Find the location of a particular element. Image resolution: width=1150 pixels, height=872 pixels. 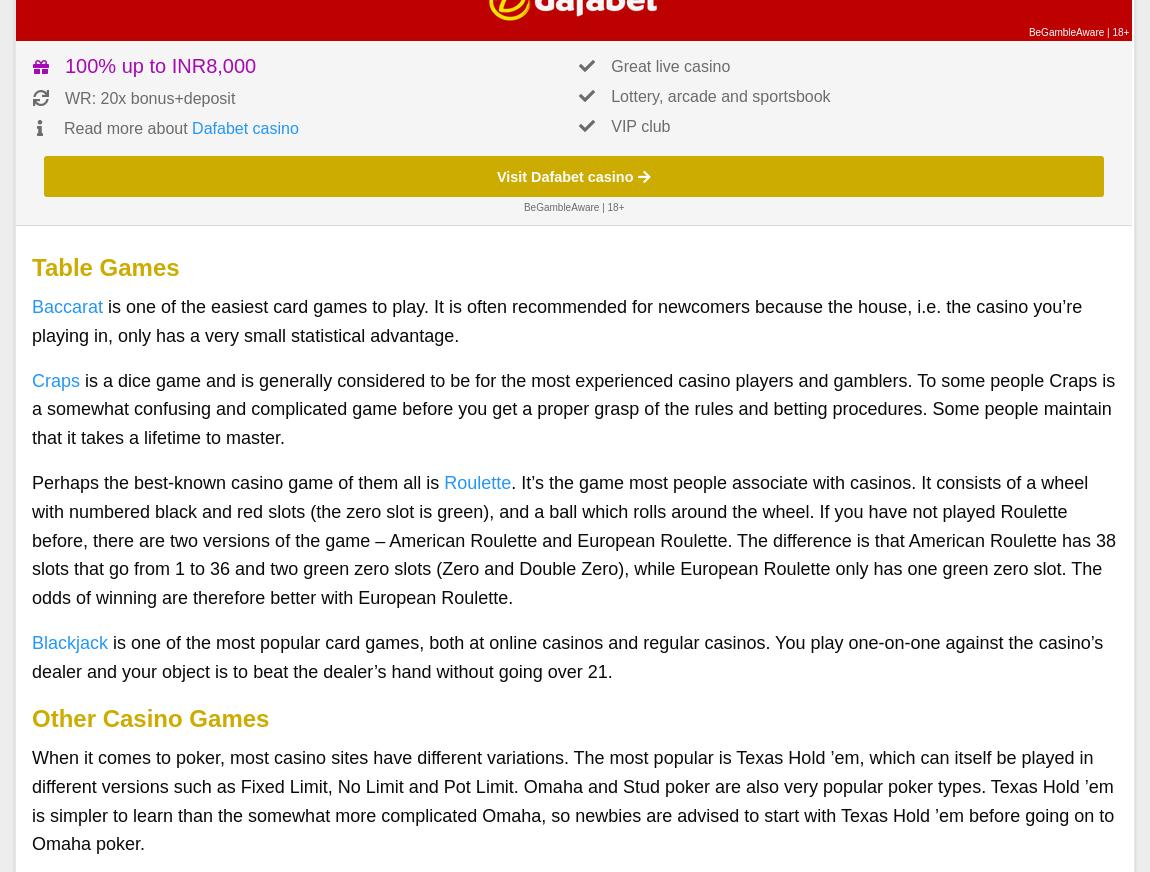

'WR: 20x bonus+deposit' is located at coordinates (63, 97).